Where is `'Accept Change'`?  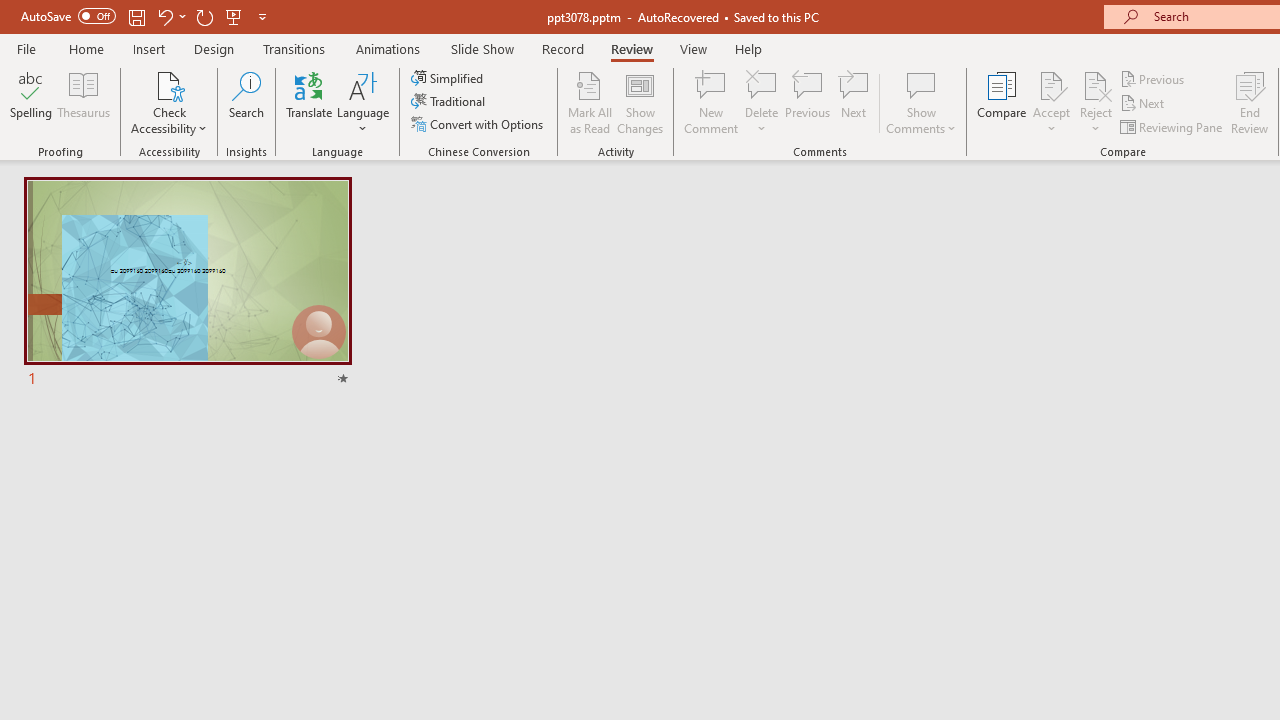
'Accept Change' is located at coordinates (1050, 84).